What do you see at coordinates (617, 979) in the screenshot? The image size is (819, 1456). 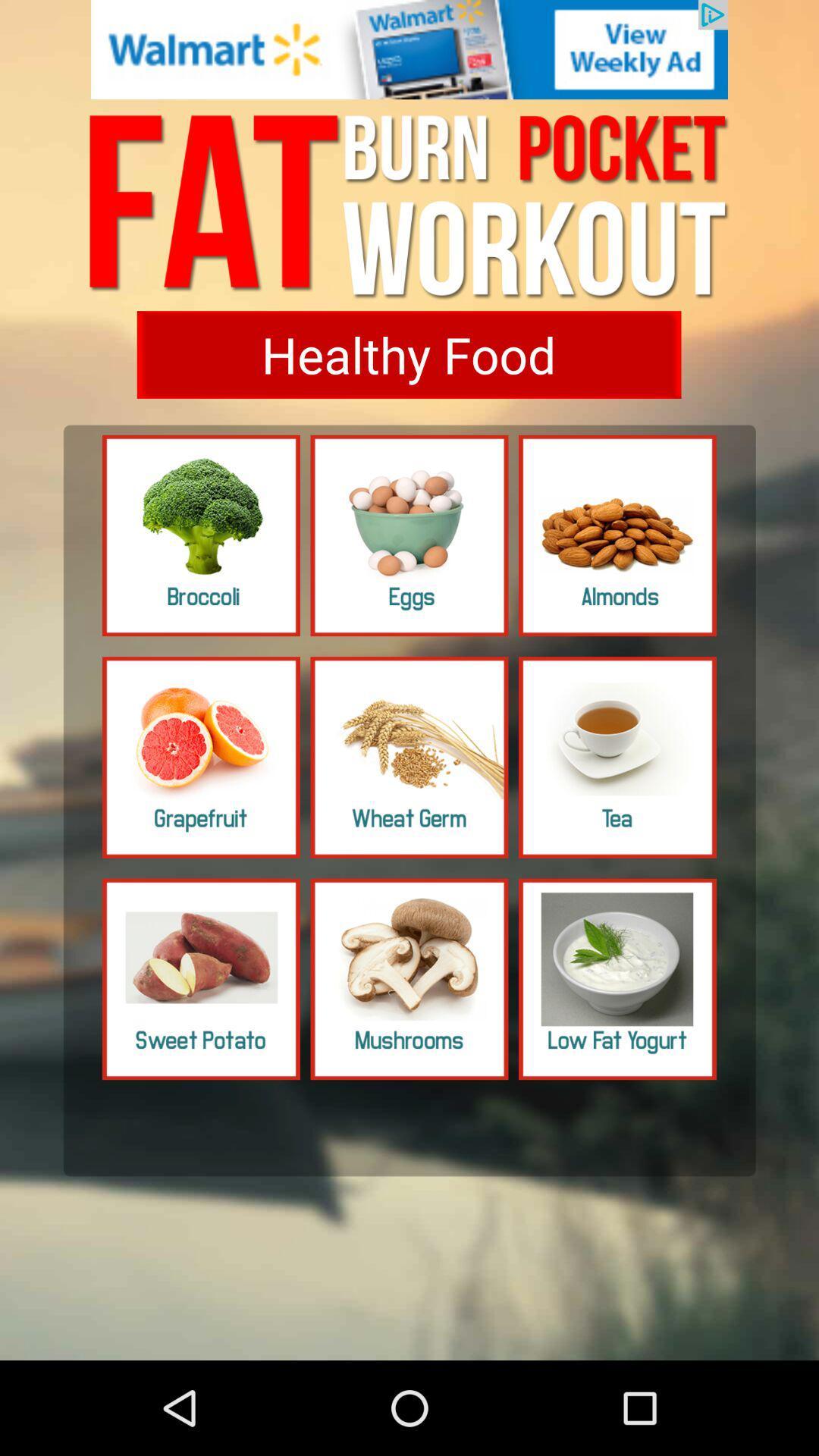 I see `low fat yogurt option` at bounding box center [617, 979].